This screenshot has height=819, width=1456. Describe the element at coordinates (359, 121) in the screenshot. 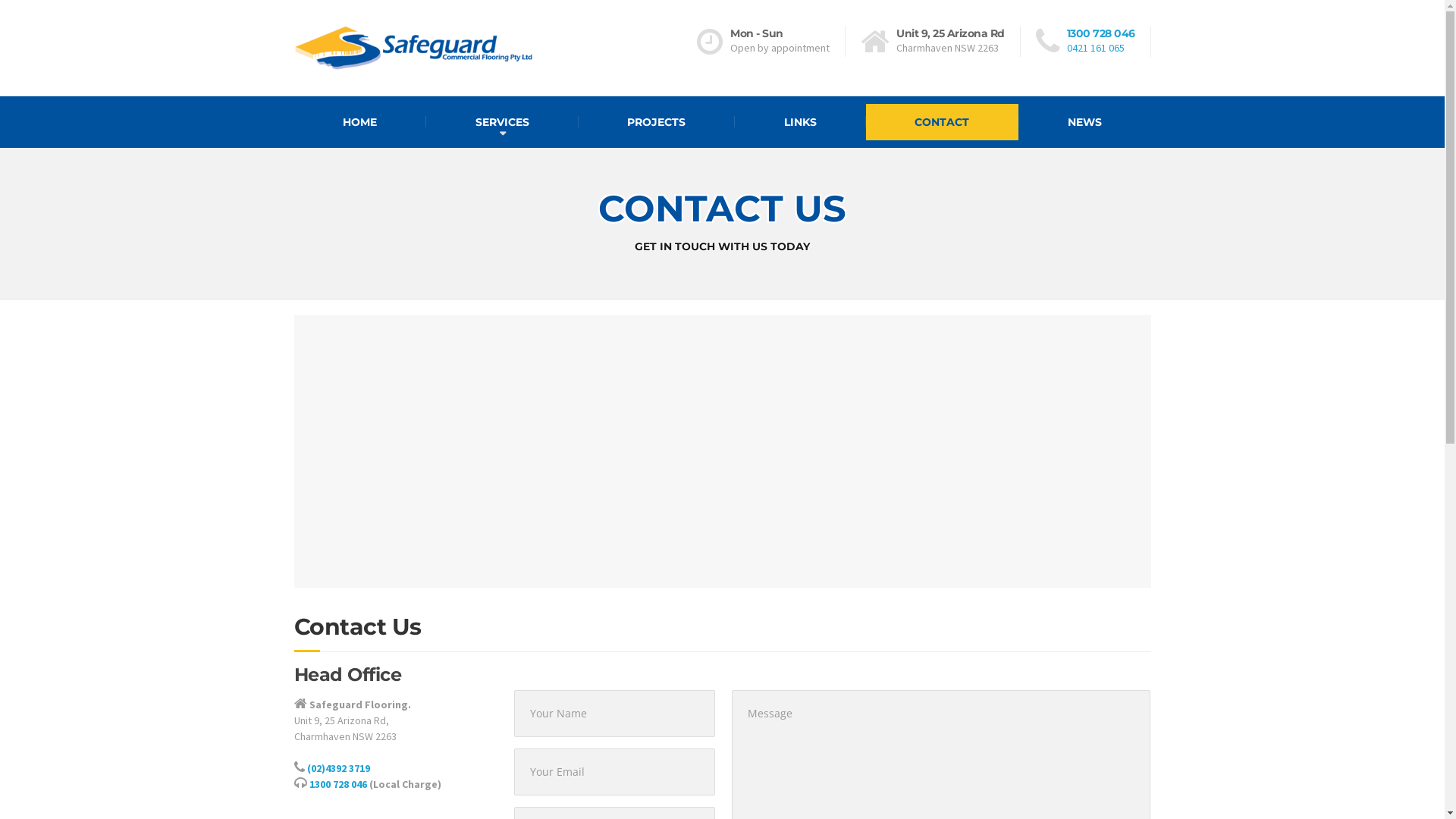

I see `'HOME'` at that location.